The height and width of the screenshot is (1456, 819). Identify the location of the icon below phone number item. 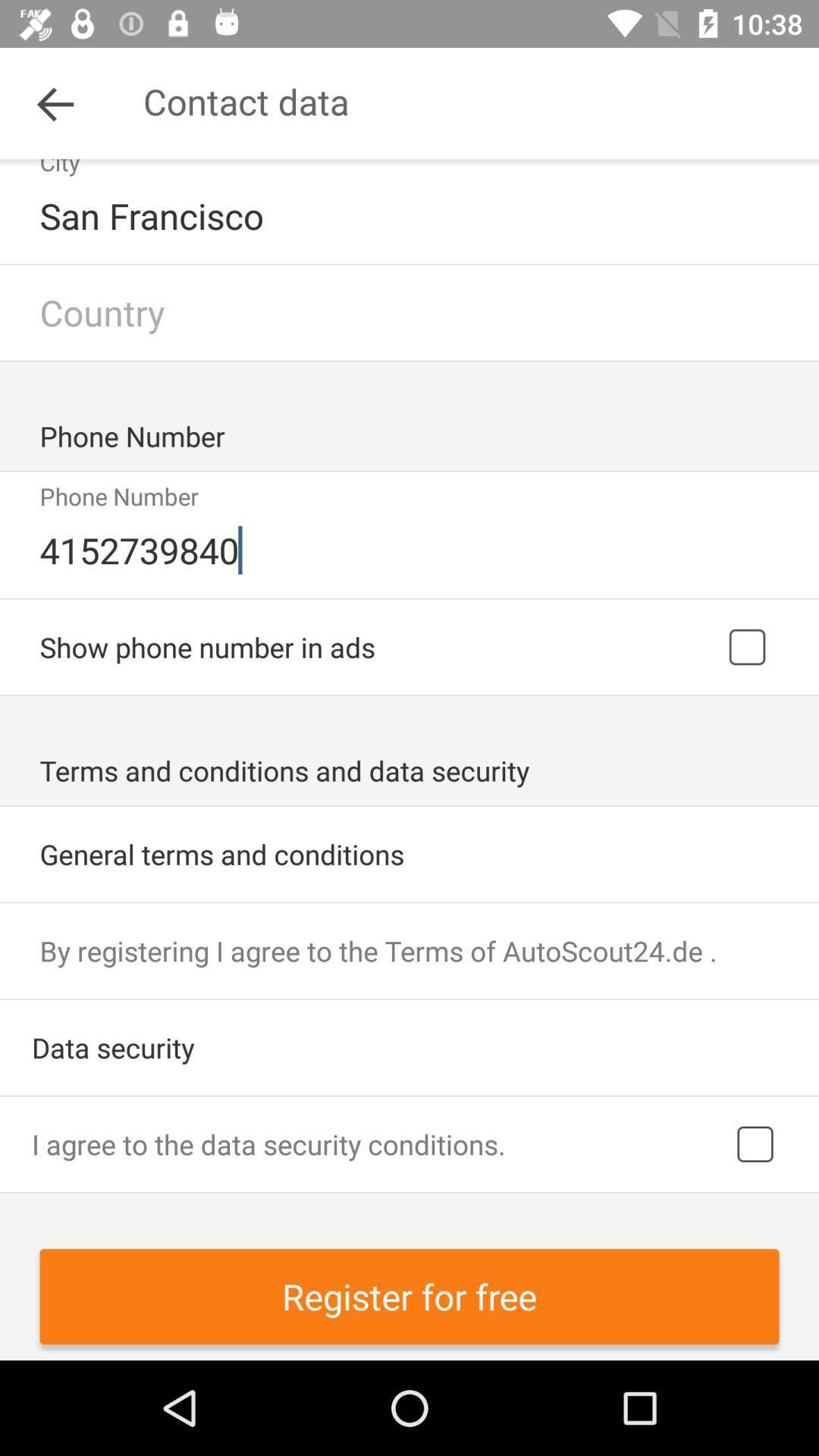
(411, 549).